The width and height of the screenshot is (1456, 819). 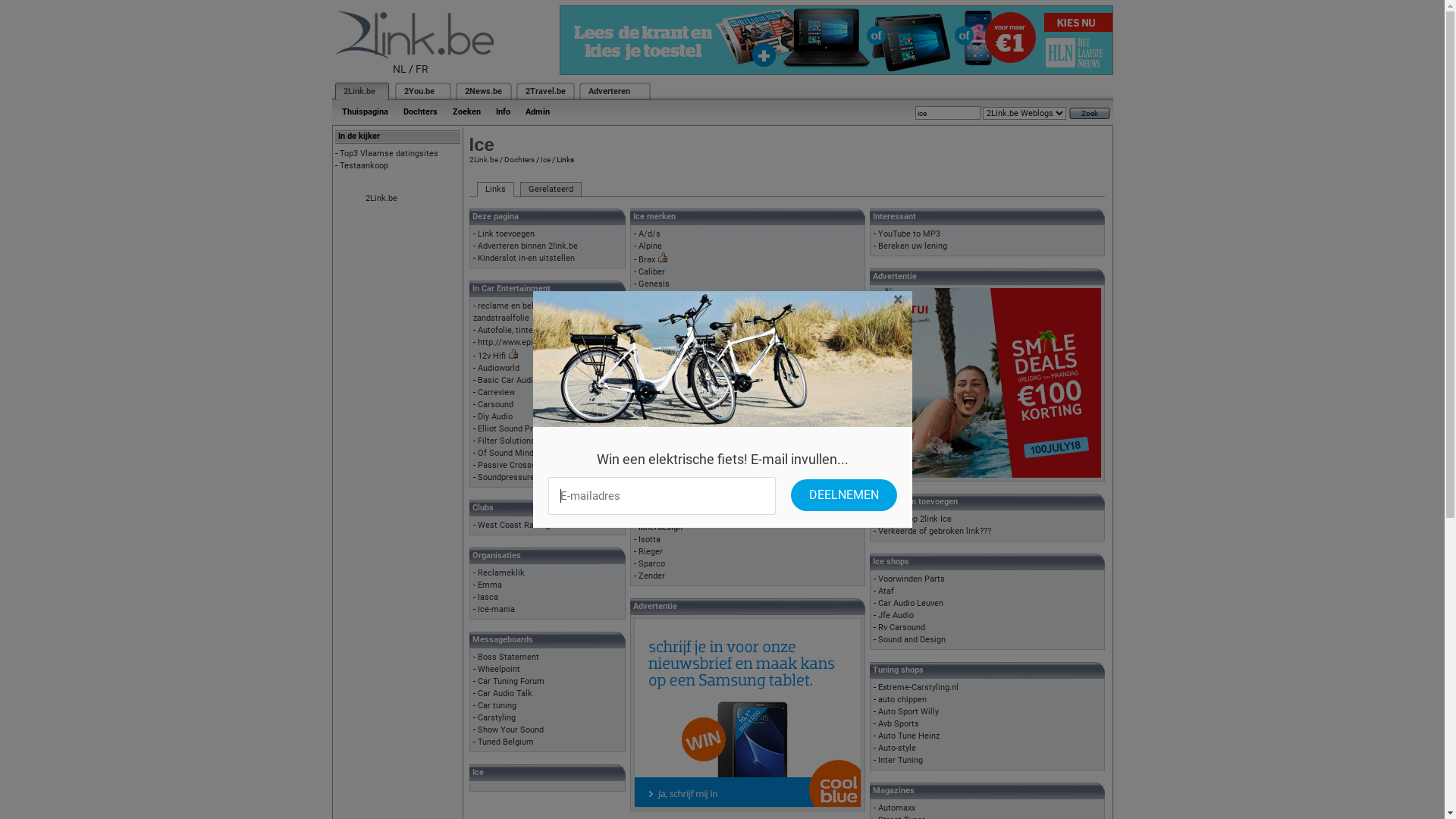 What do you see at coordinates (476, 608) in the screenshot?
I see `'Ice-mania'` at bounding box center [476, 608].